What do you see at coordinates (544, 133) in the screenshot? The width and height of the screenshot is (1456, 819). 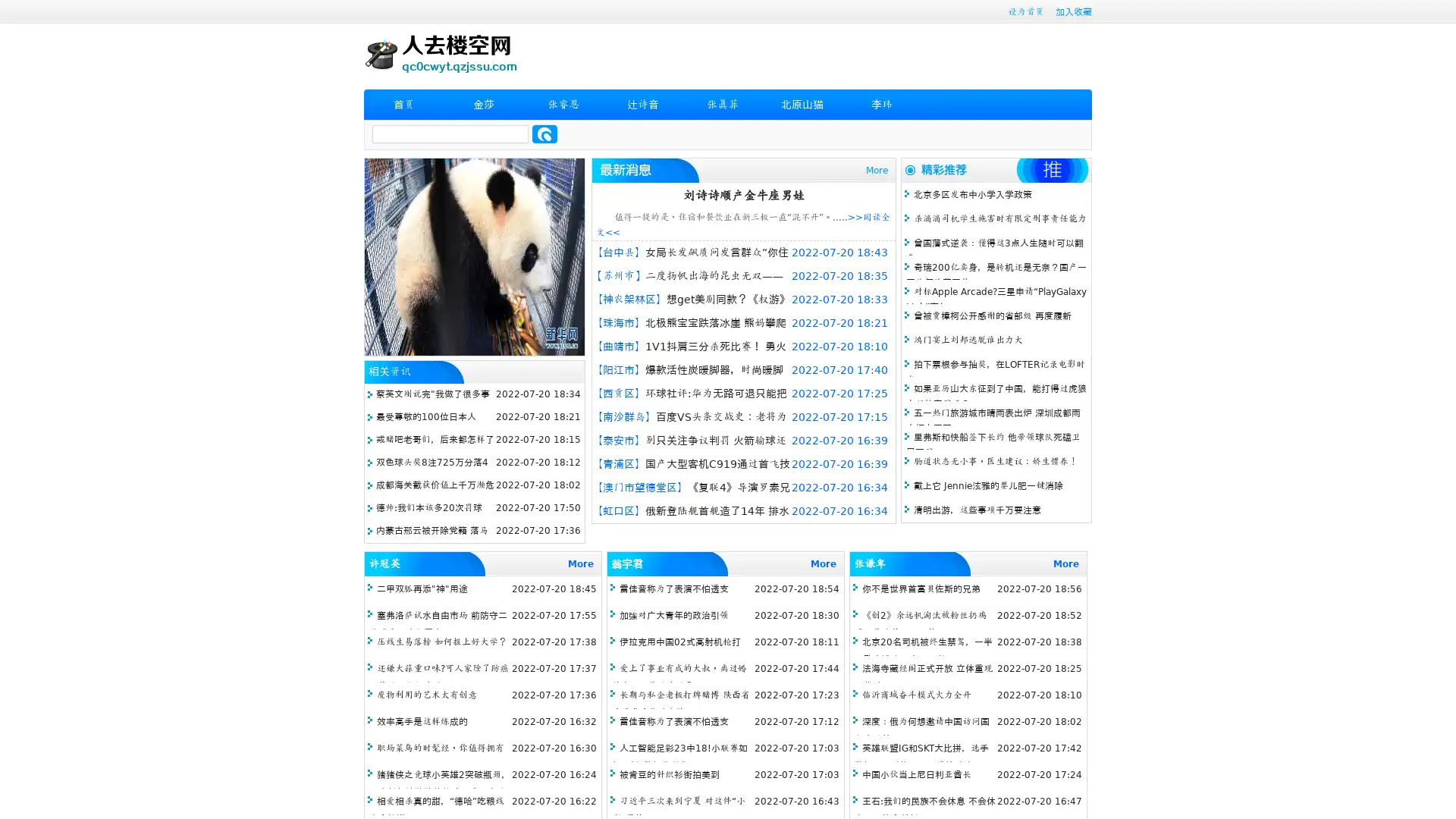 I see `Search` at bounding box center [544, 133].